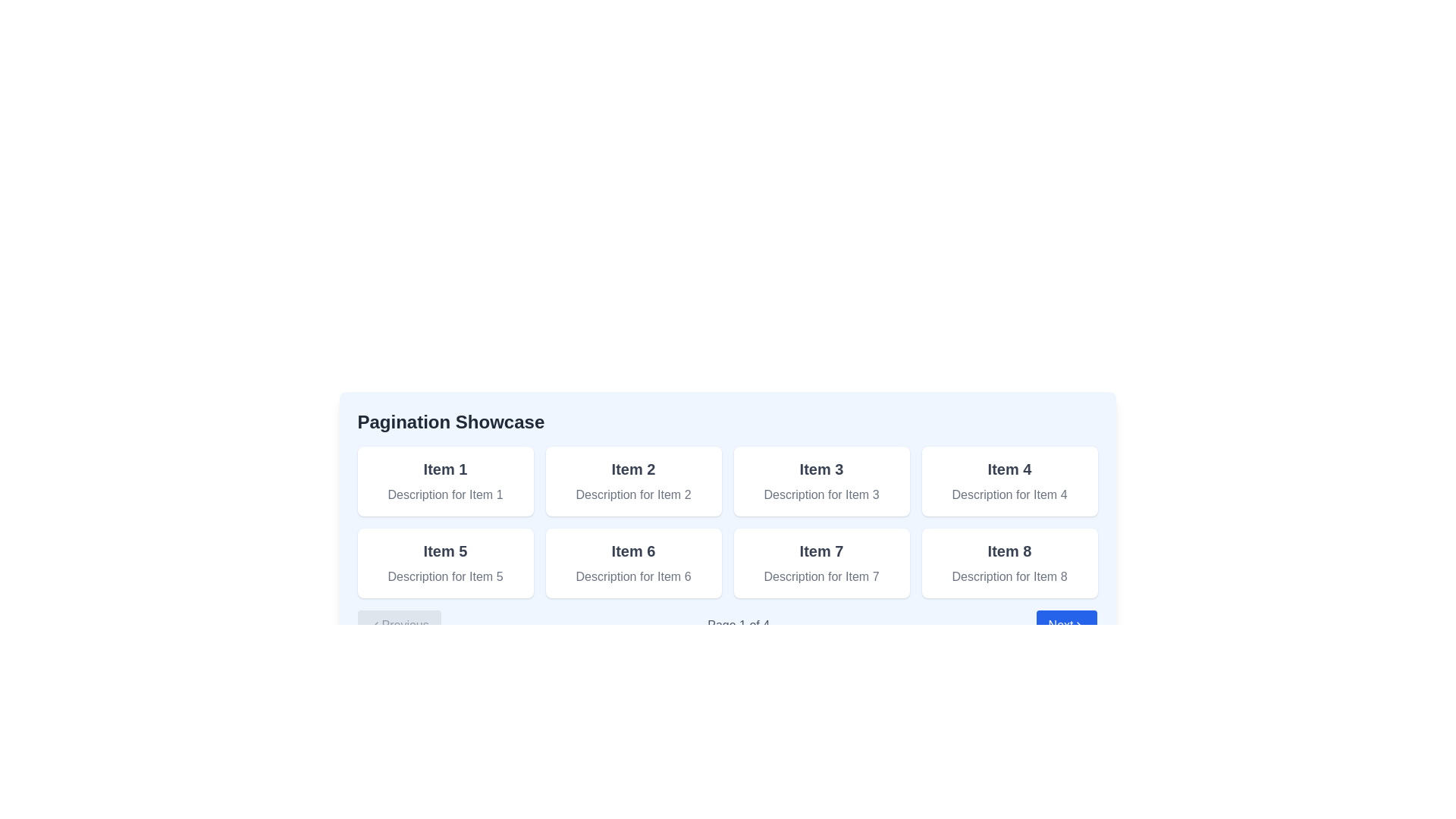 The image size is (1456, 819). What do you see at coordinates (444, 563) in the screenshot?
I see `the informational card displaying details about 'Item 5', located in the second row, first column of the grid layout` at bounding box center [444, 563].